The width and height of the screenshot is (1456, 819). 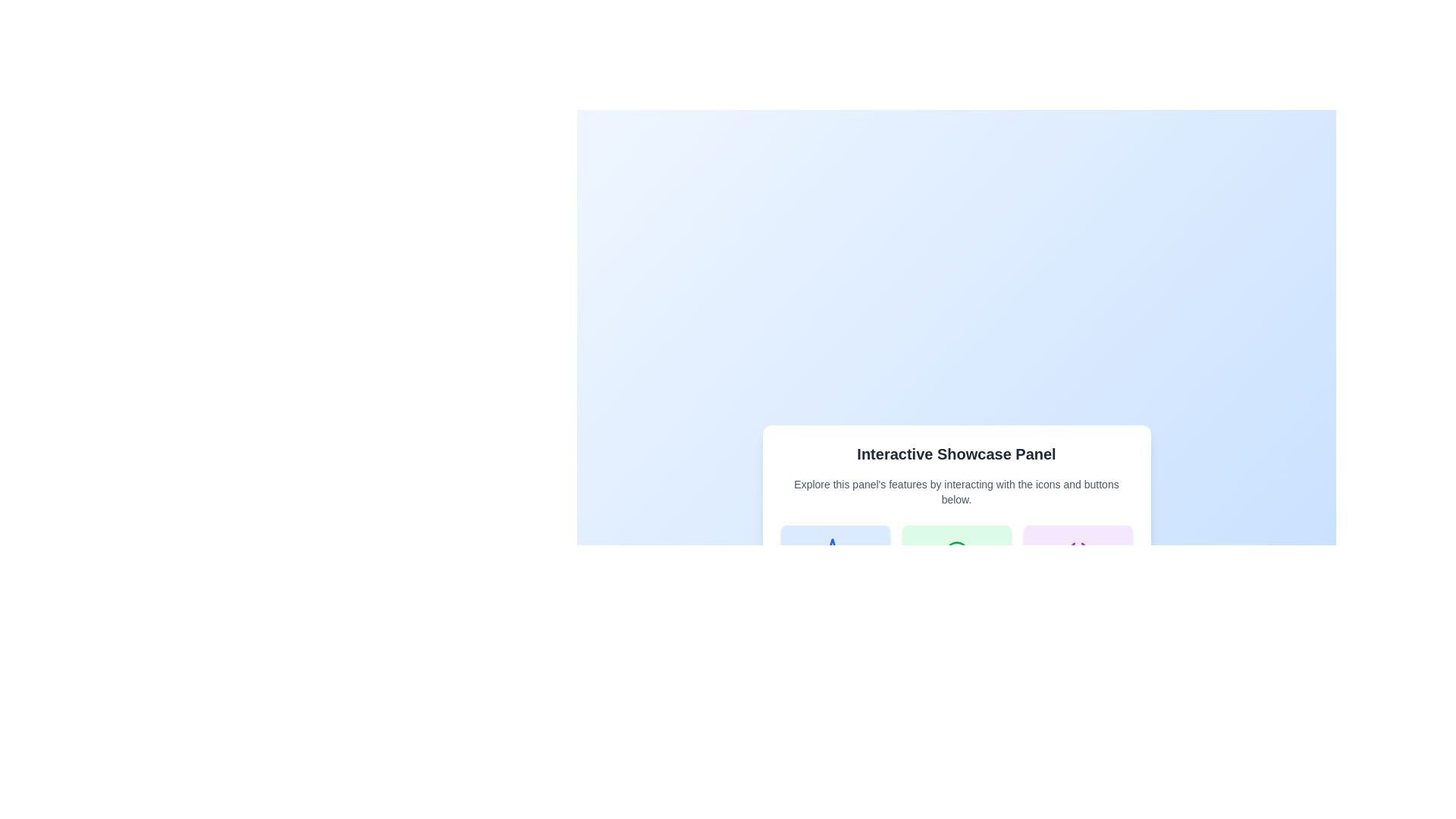 What do you see at coordinates (955, 550) in the screenshot?
I see `curved arc element that forms the upper part of the eye symbol located in the center of the green button in the Interactive Showcase Panel` at bounding box center [955, 550].